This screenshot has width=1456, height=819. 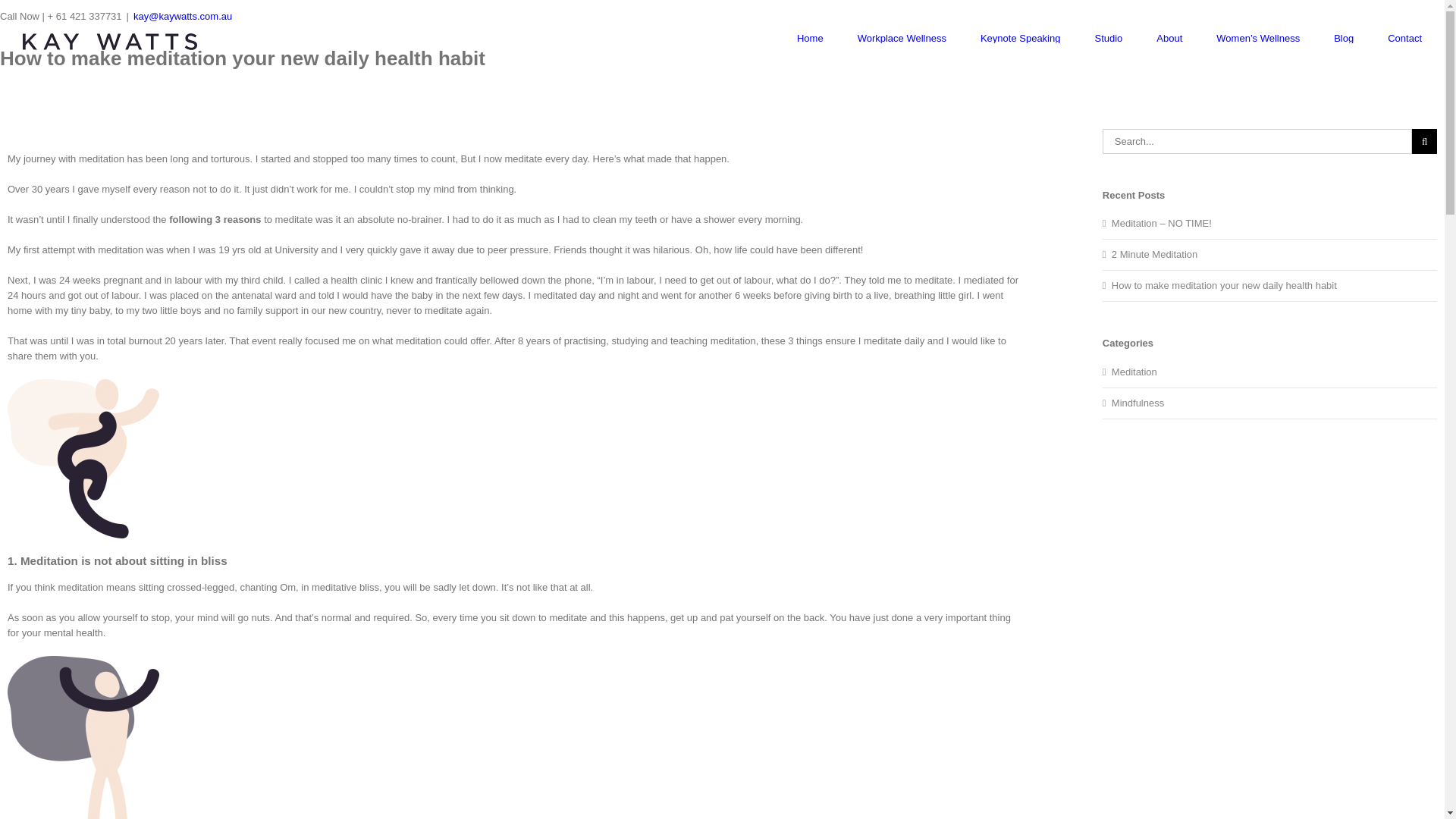 What do you see at coordinates (796, 37) in the screenshot?
I see `'Home'` at bounding box center [796, 37].